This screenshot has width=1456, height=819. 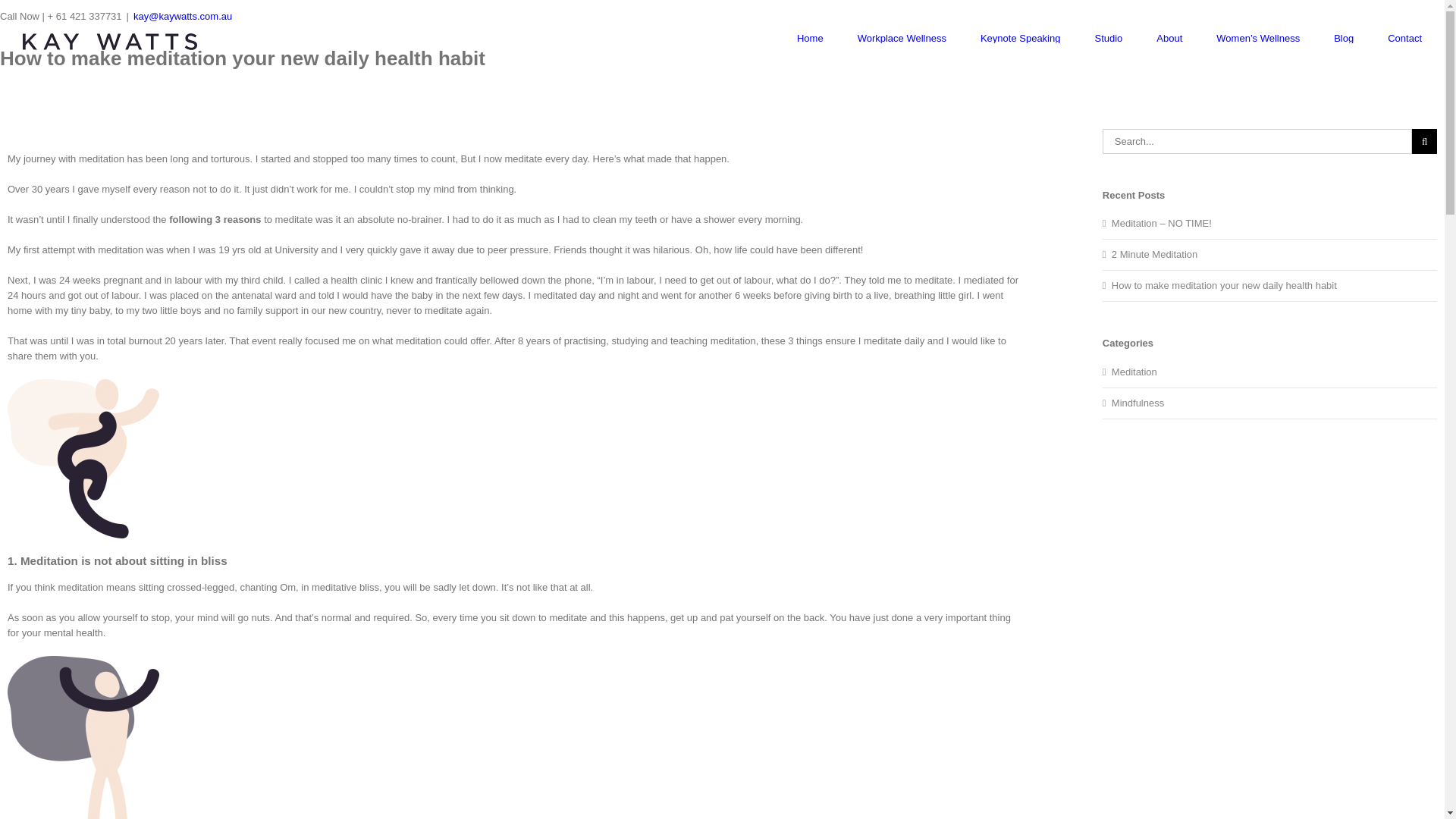 What do you see at coordinates (796, 37) in the screenshot?
I see `'Home'` at bounding box center [796, 37].